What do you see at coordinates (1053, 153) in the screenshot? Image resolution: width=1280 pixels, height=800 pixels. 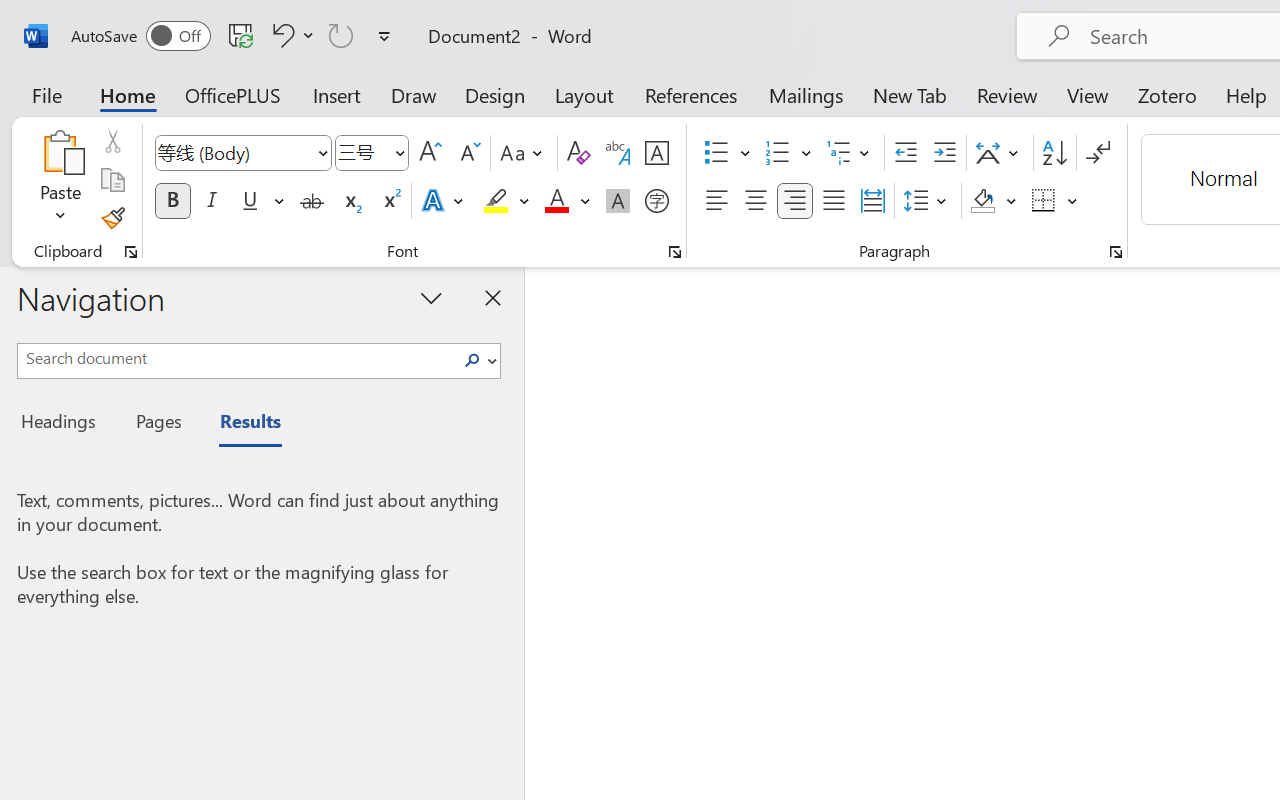 I see `'Sort...'` at bounding box center [1053, 153].